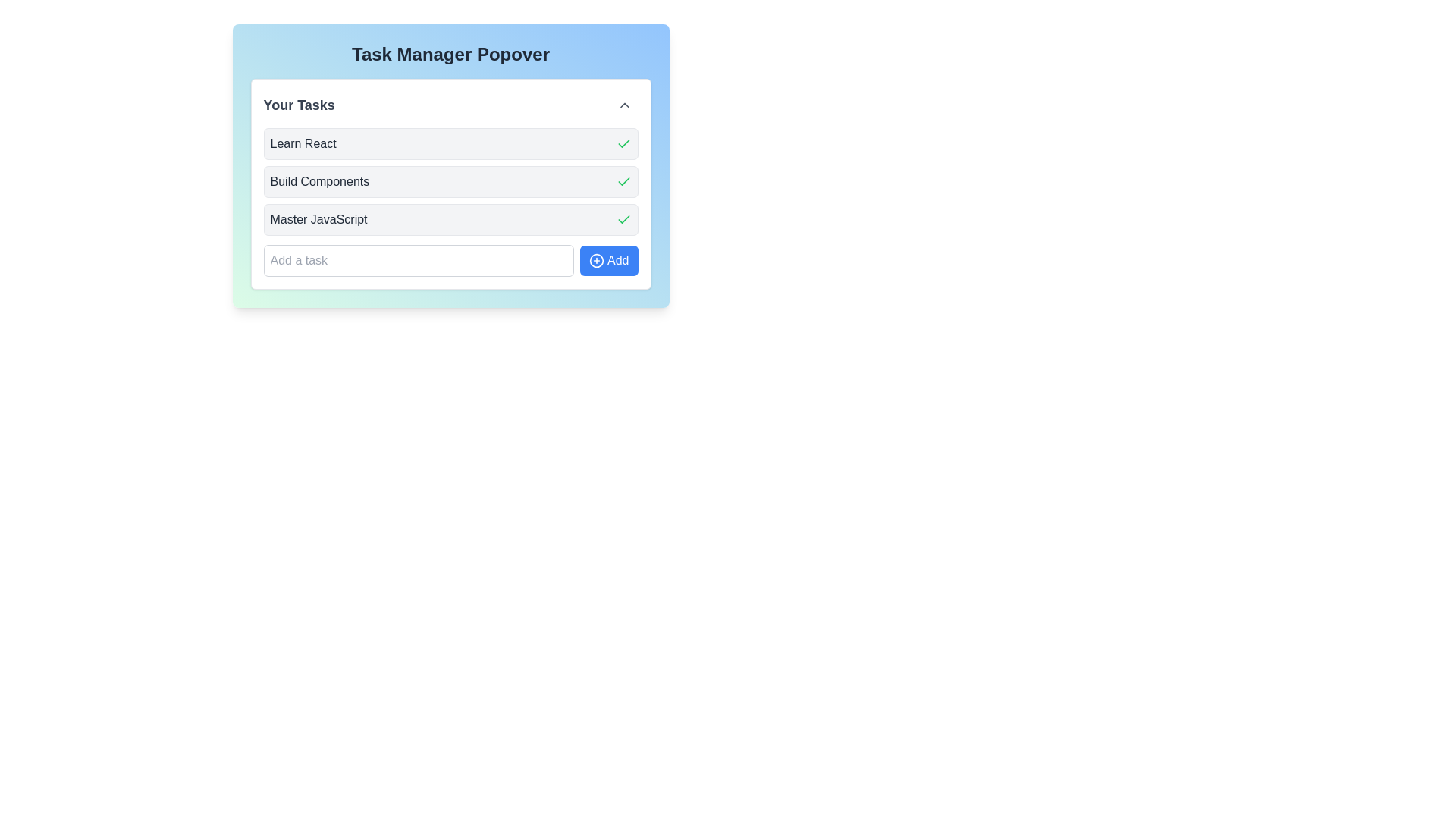 The height and width of the screenshot is (819, 1456). Describe the element at coordinates (450, 184) in the screenshot. I see `the second list item containing the task 'Build Components'` at that location.